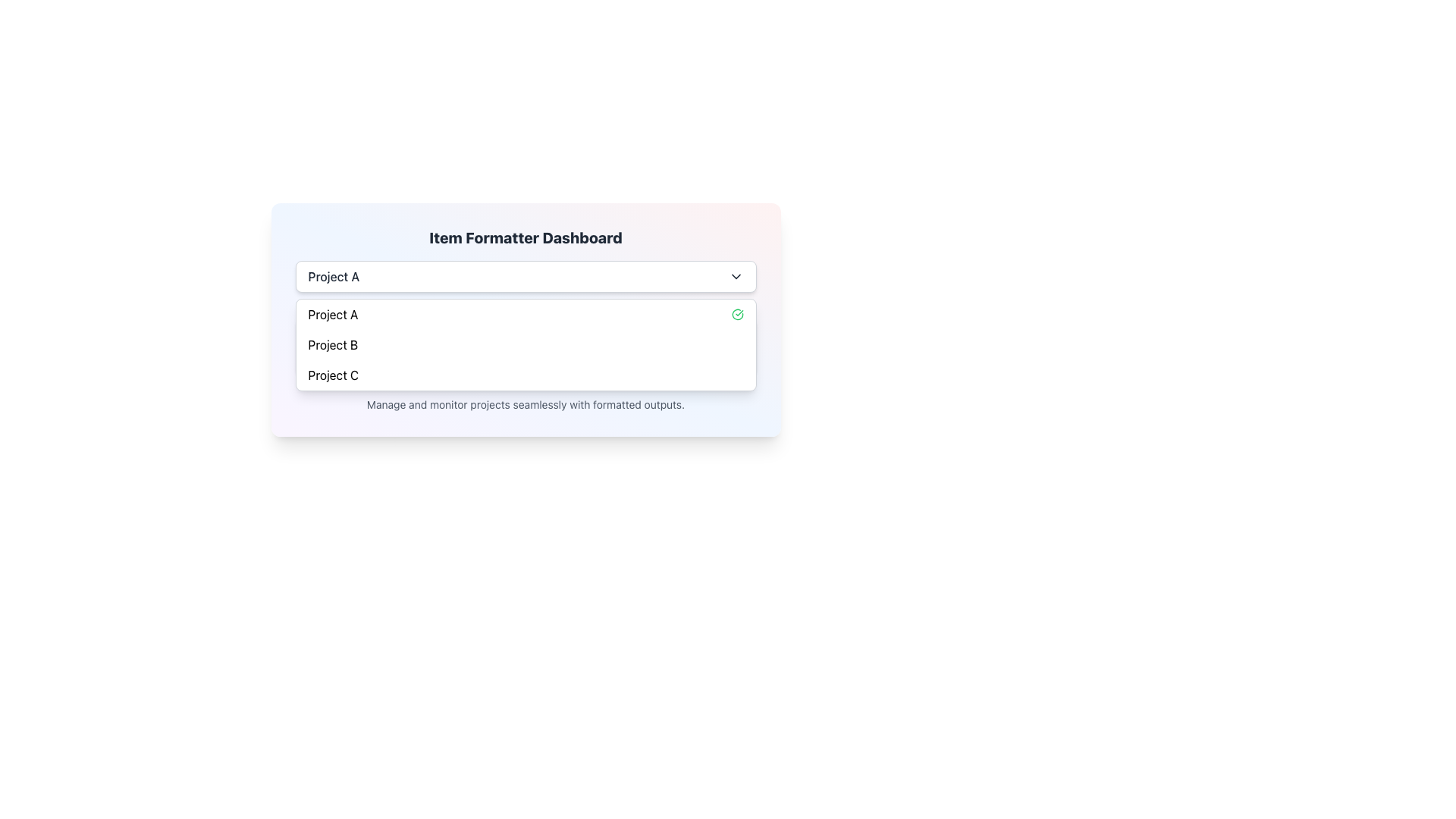  Describe the element at coordinates (736, 277) in the screenshot. I see `the chevron SVG icon located to the right of the 'Project A' label` at that location.